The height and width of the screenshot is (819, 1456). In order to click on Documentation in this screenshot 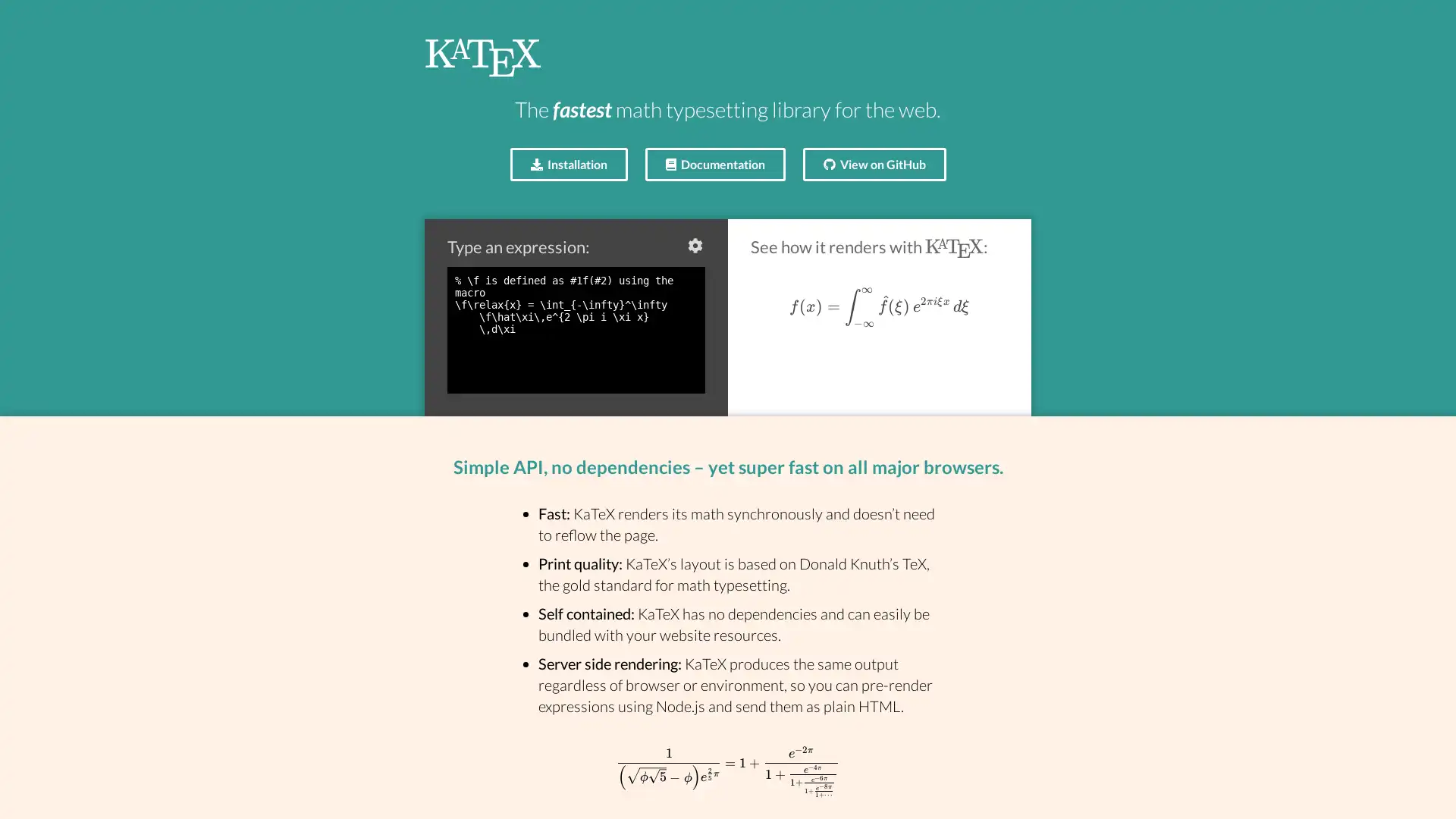, I will do `click(714, 164)`.